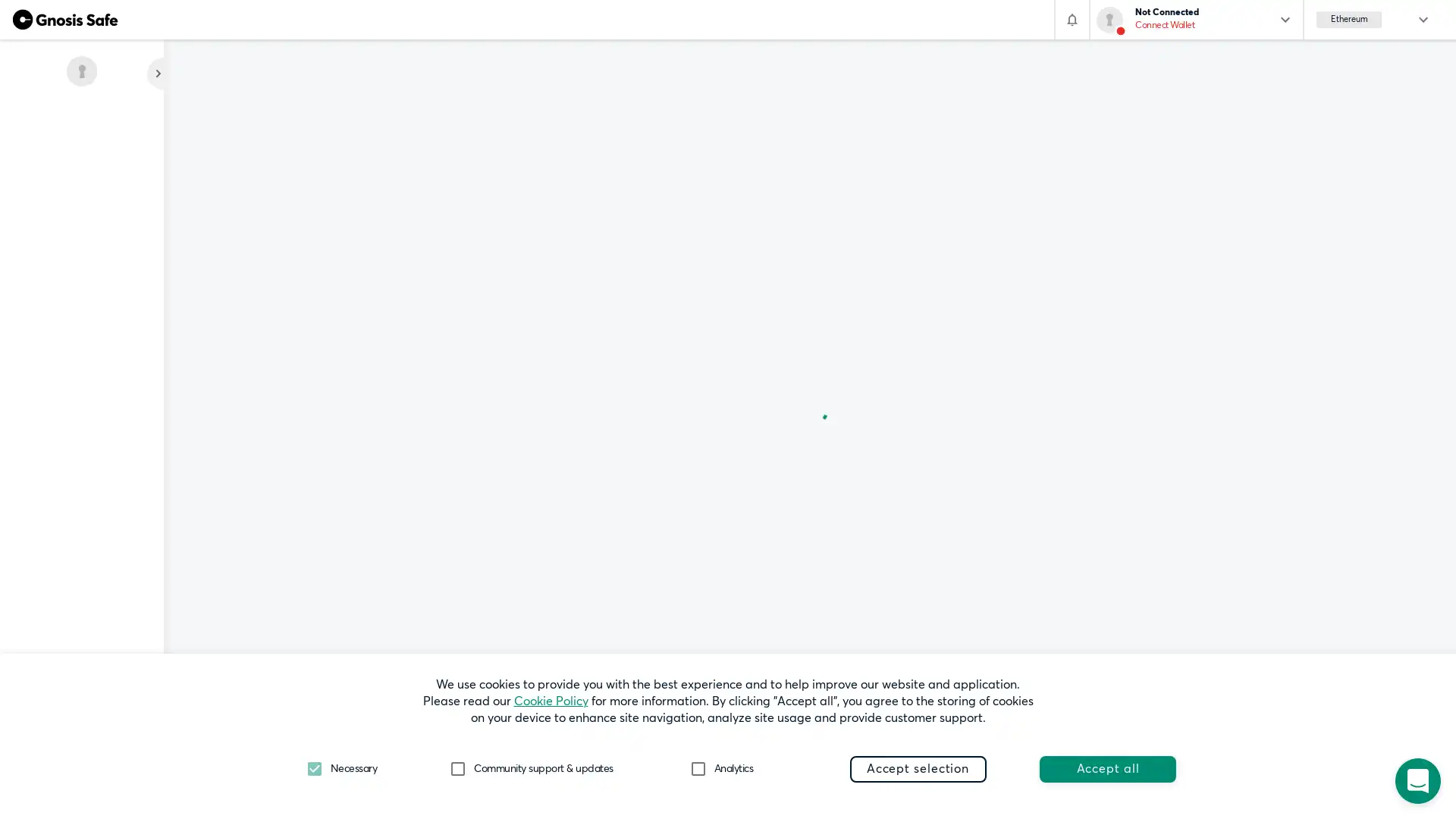 The height and width of the screenshot is (819, 1456). What do you see at coordinates (291, 366) in the screenshot?
I see `+ Create new Safe` at bounding box center [291, 366].